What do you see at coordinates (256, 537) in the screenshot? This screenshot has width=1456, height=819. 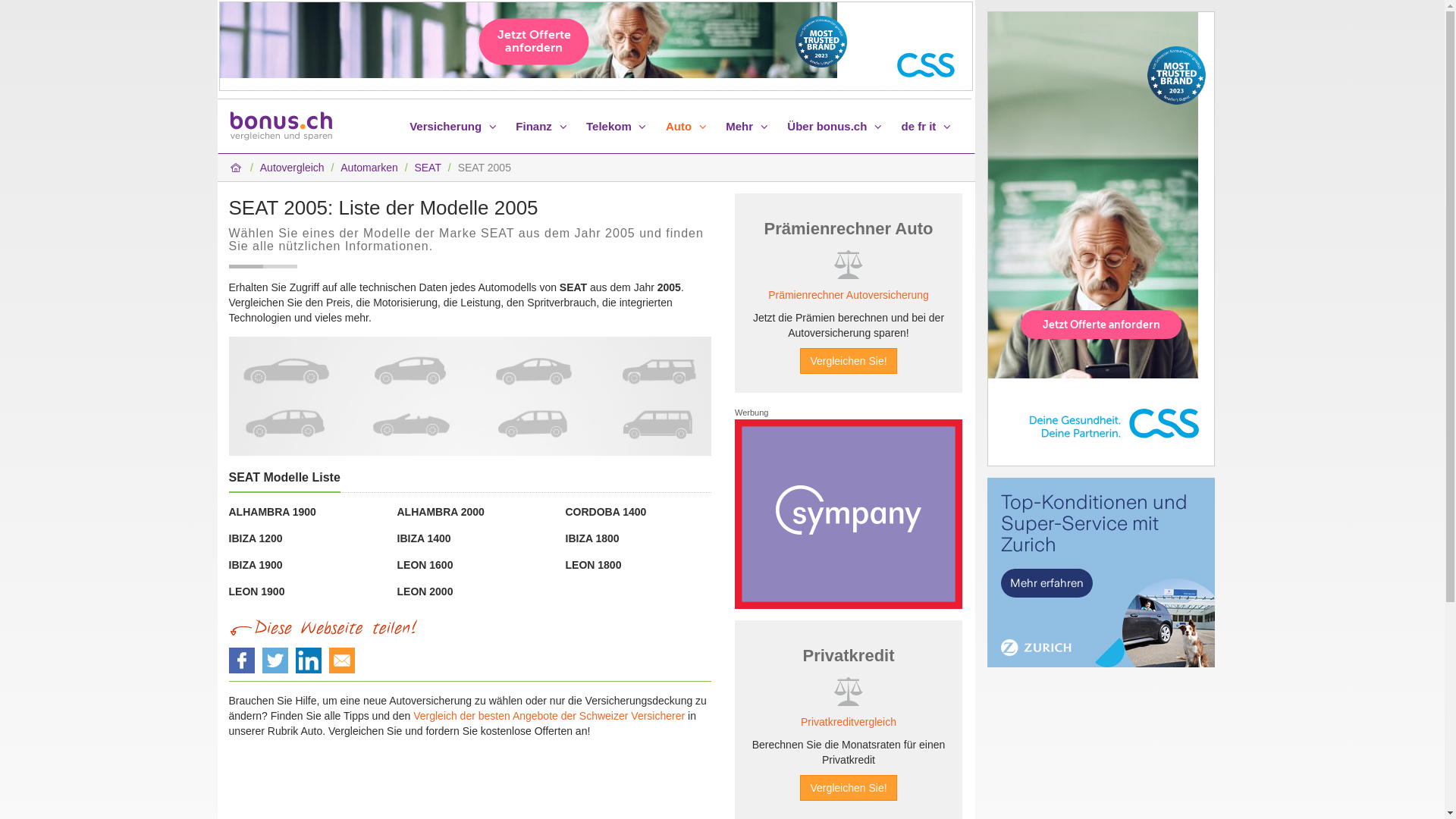 I see `'IBIZA 1200'` at bounding box center [256, 537].